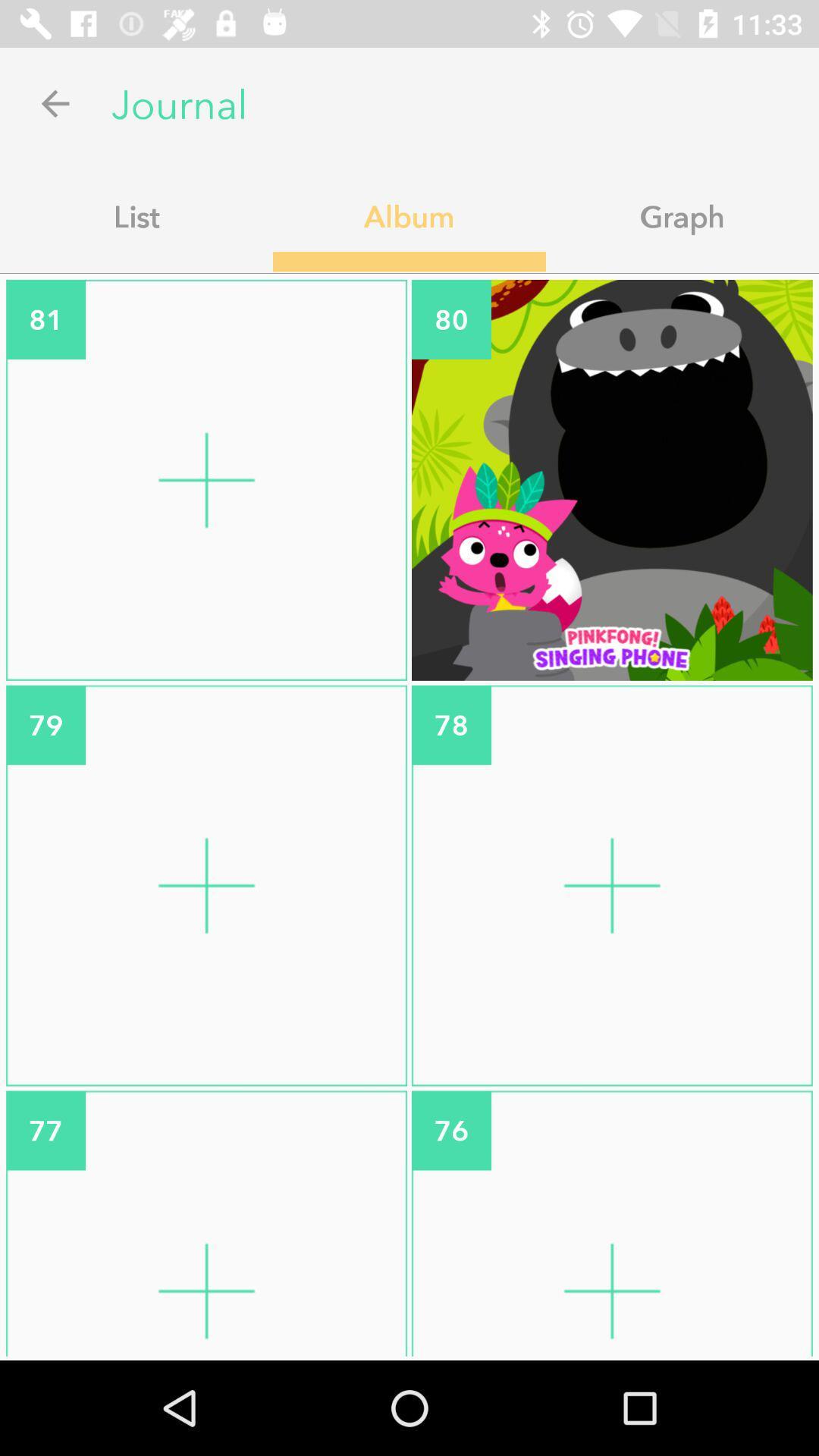  Describe the element at coordinates (55, 102) in the screenshot. I see `go back` at that location.